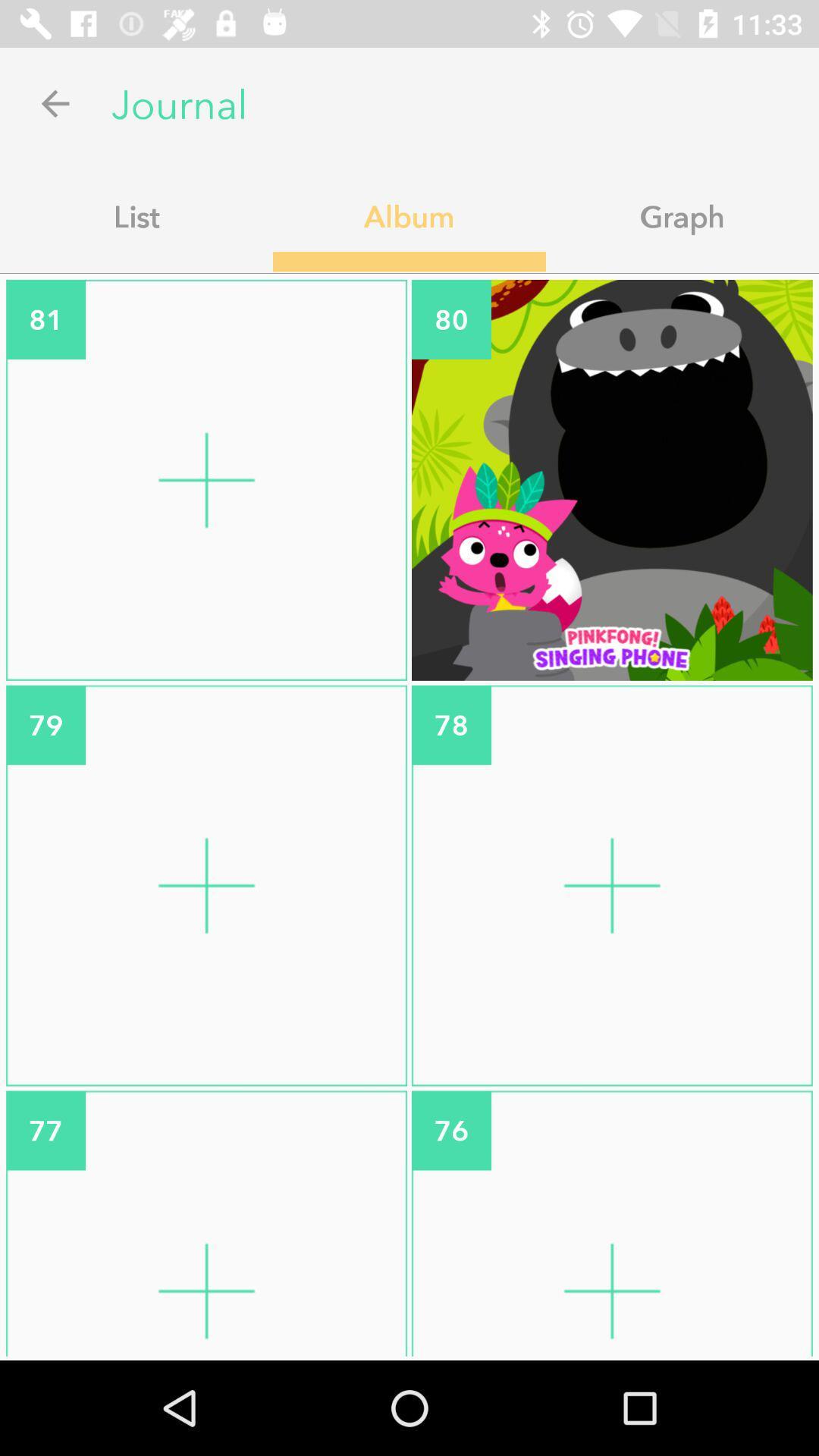  Describe the element at coordinates (55, 102) in the screenshot. I see `go back` at that location.